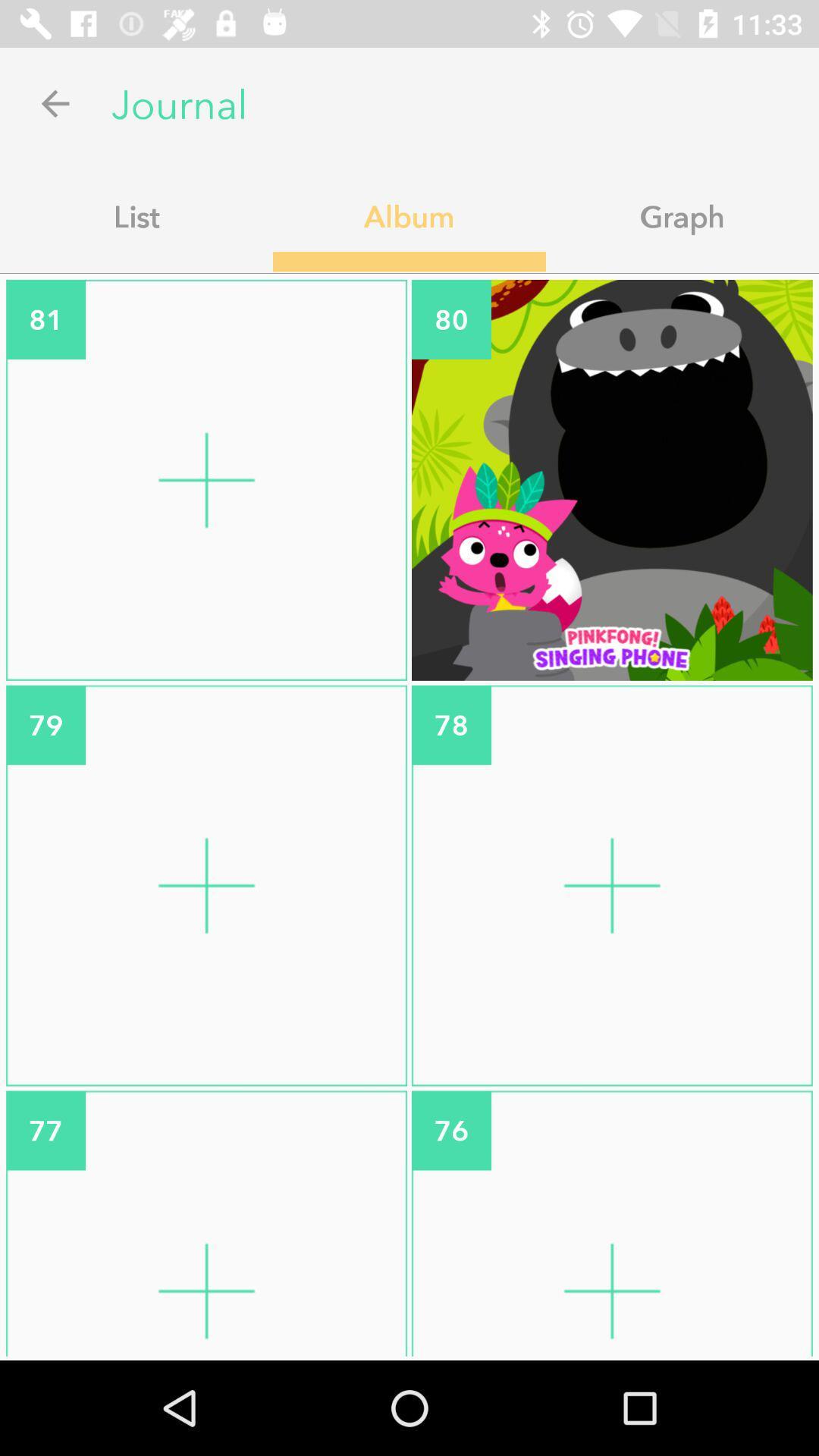  Describe the element at coordinates (55, 102) in the screenshot. I see `go back` at that location.